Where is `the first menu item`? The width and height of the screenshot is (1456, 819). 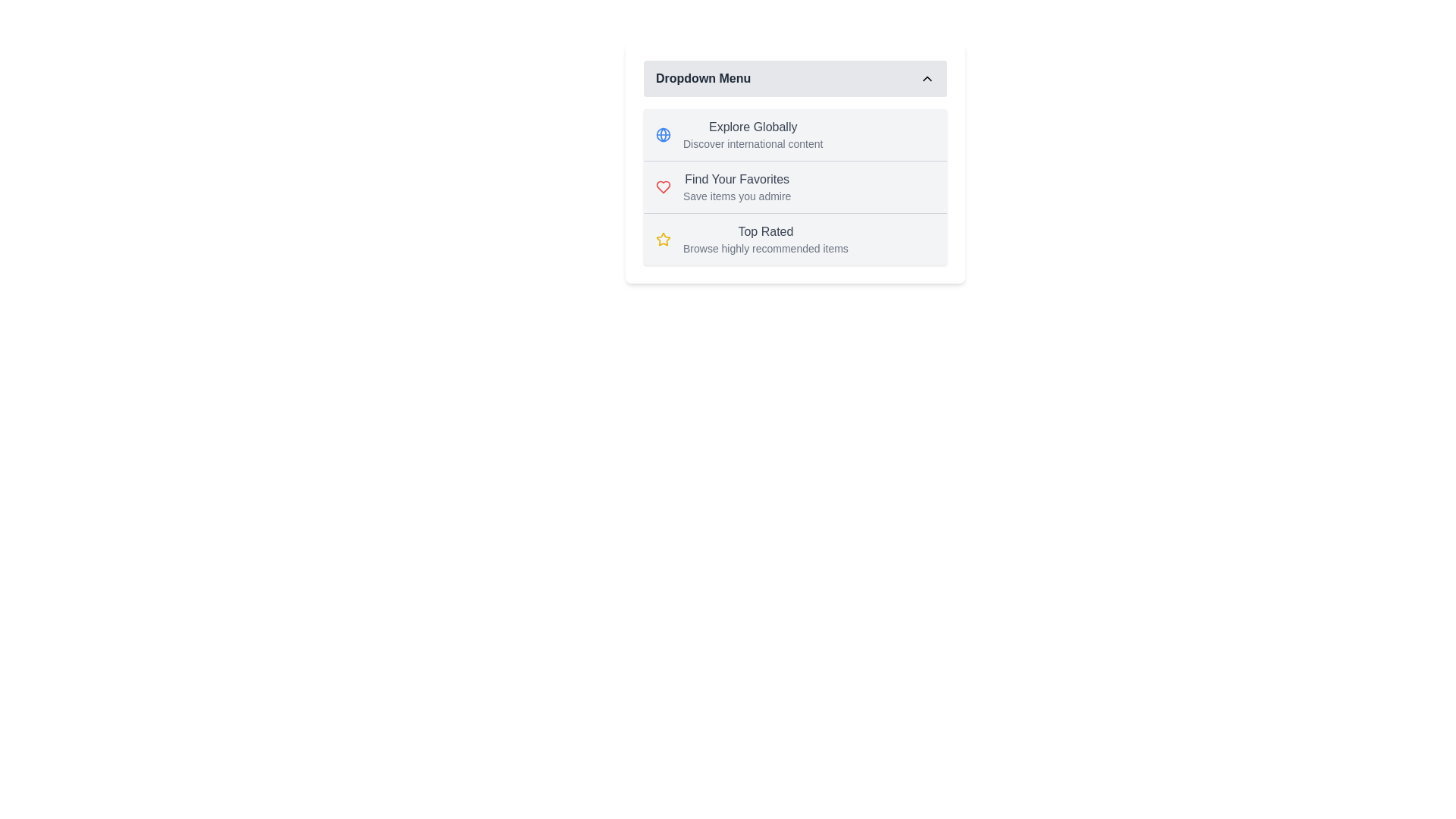 the first menu item is located at coordinates (795, 133).